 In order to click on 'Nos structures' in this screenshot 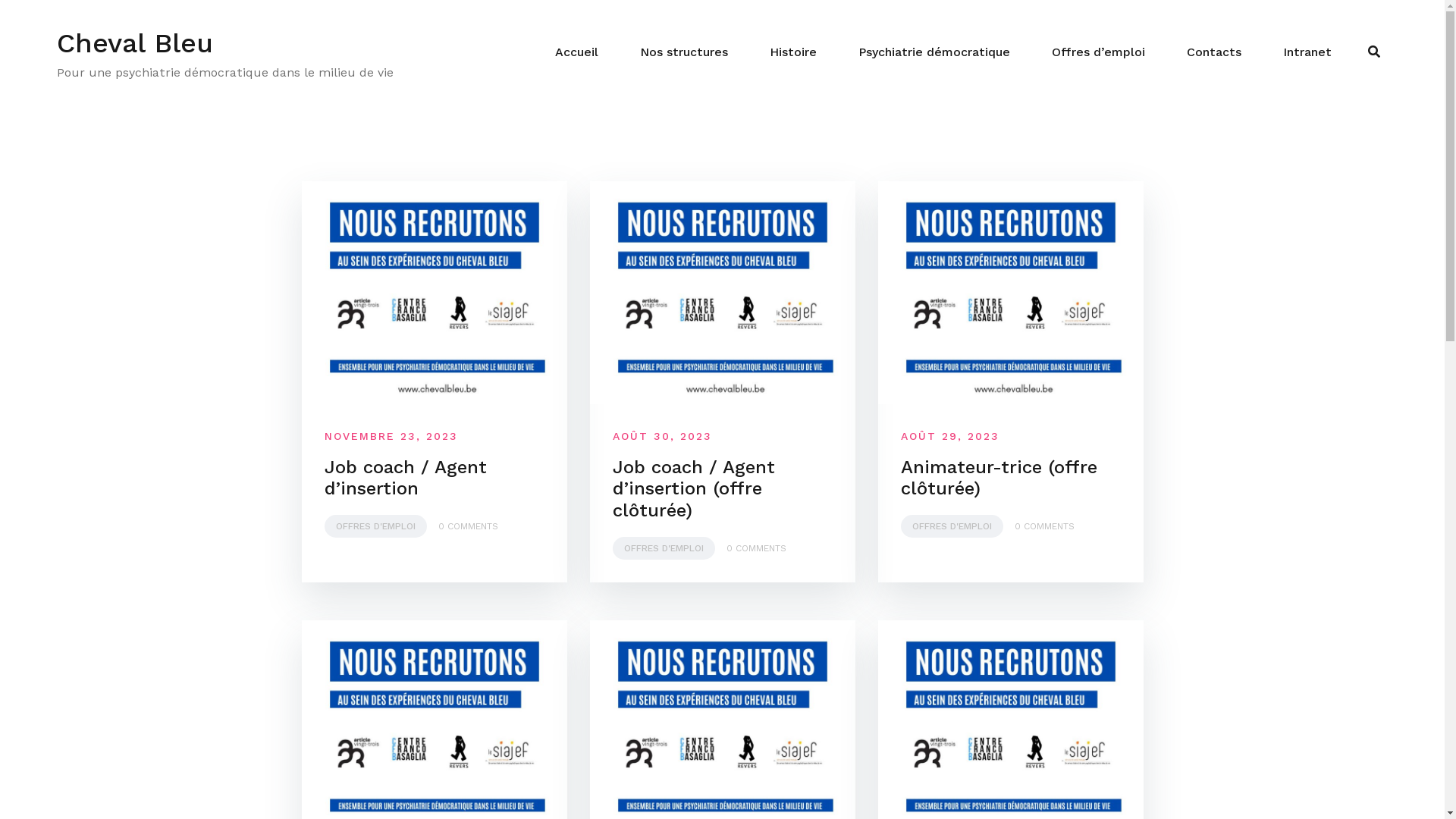, I will do `click(683, 52)`.